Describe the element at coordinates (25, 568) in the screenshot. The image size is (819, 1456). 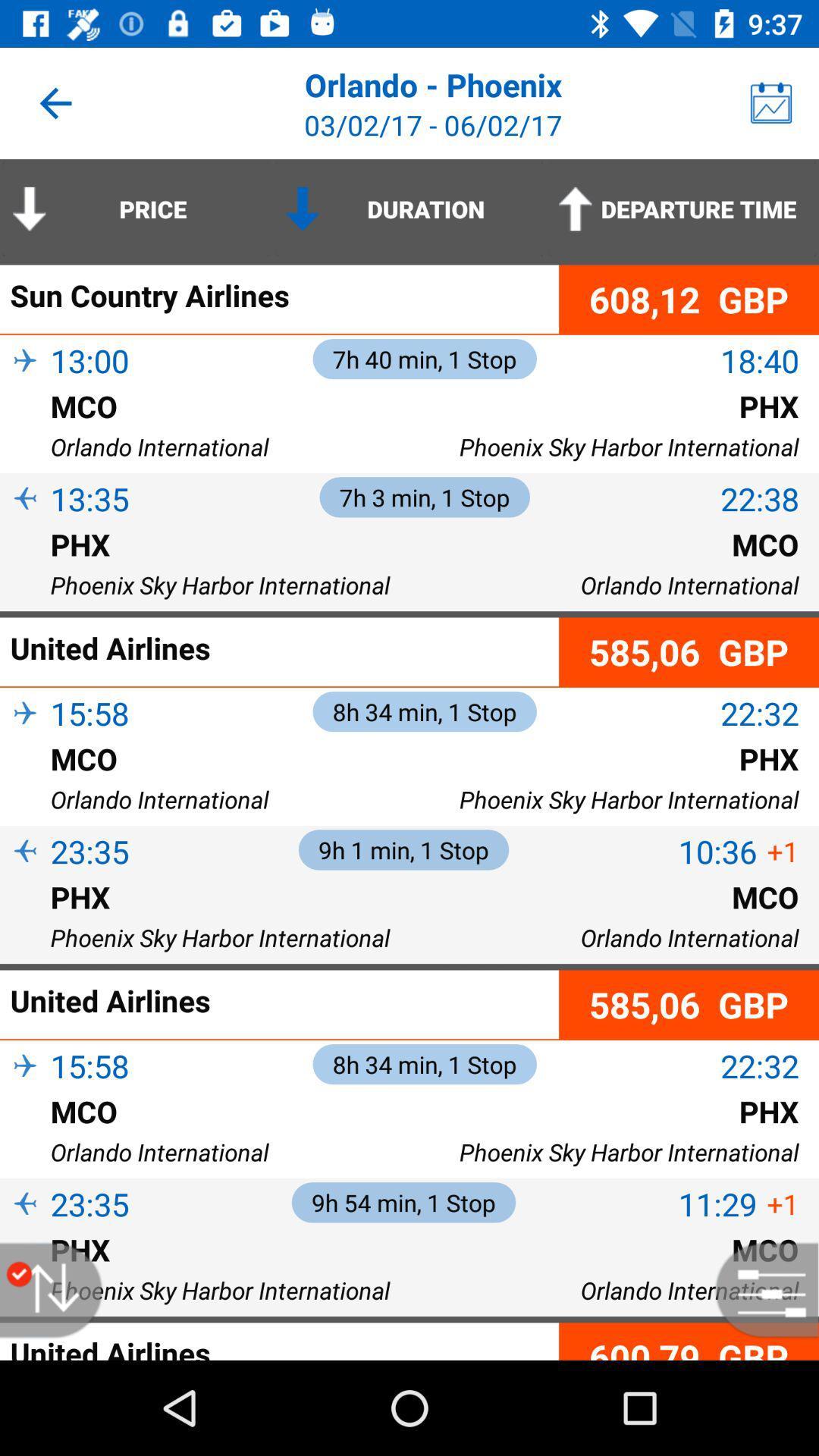
I see `item next to the phx` at that location.